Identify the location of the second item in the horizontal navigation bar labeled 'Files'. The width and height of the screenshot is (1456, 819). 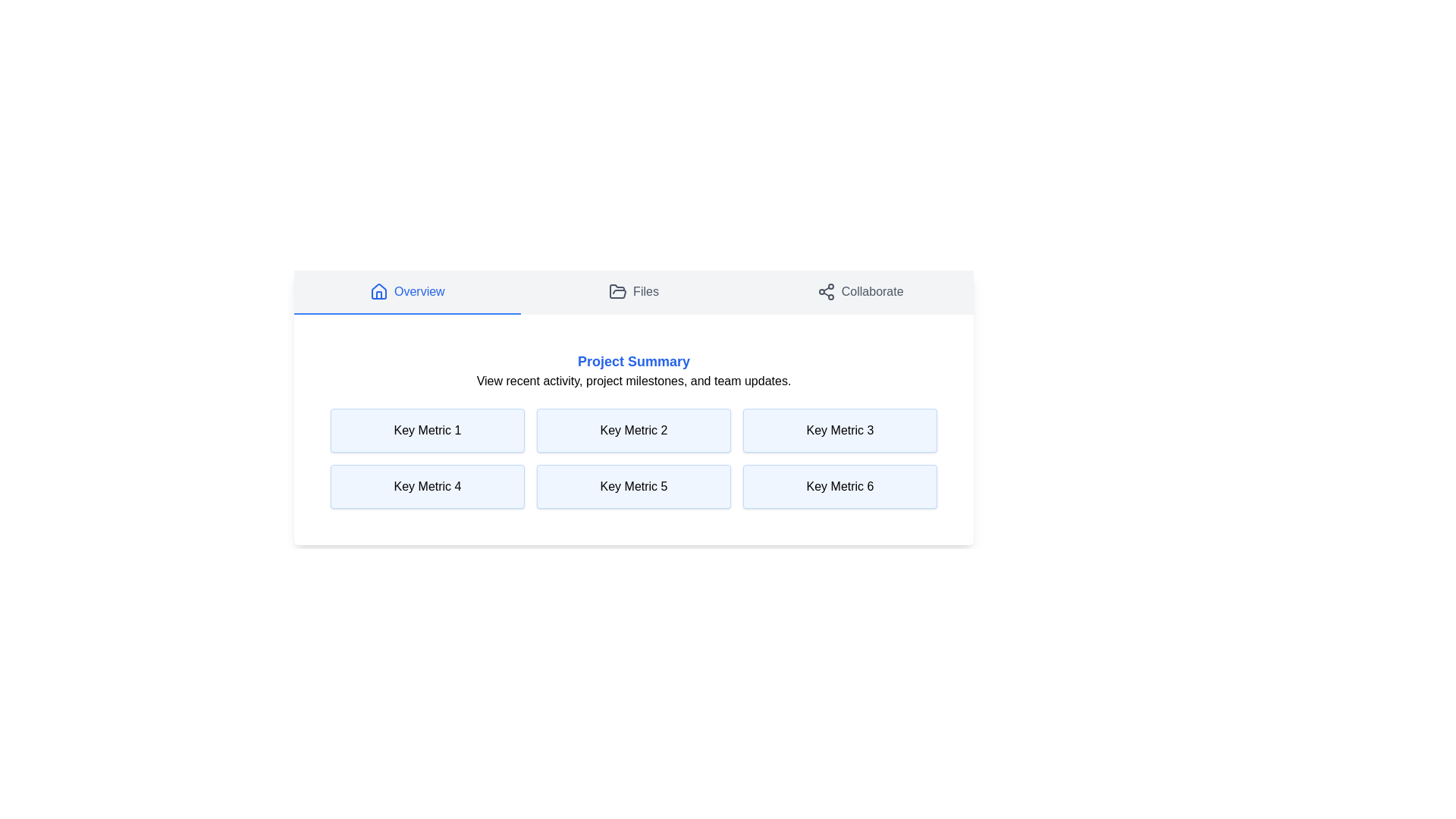
(633, 292).